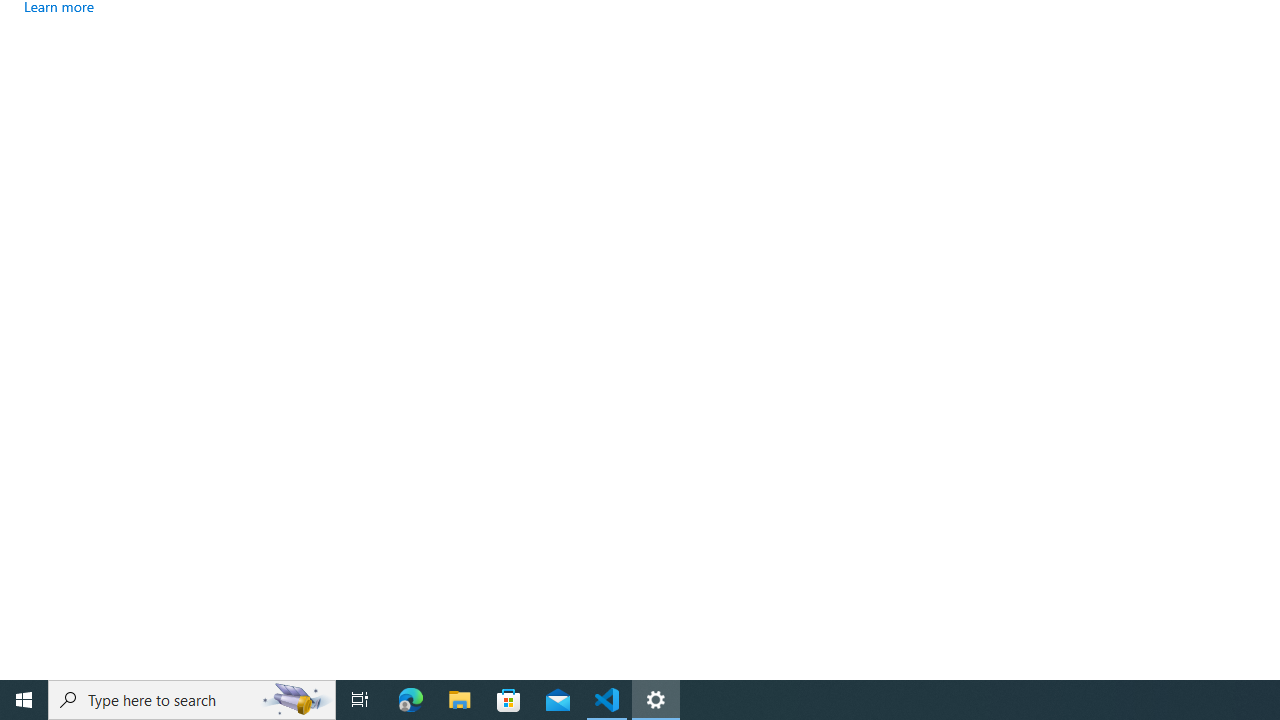 The height and width of the screenshot is (720, 1280). What do you see at coordinates (294, 698) in the screenshot?
I see `'Search highlights icon opens search home window'` at bounding box center [294, 698].